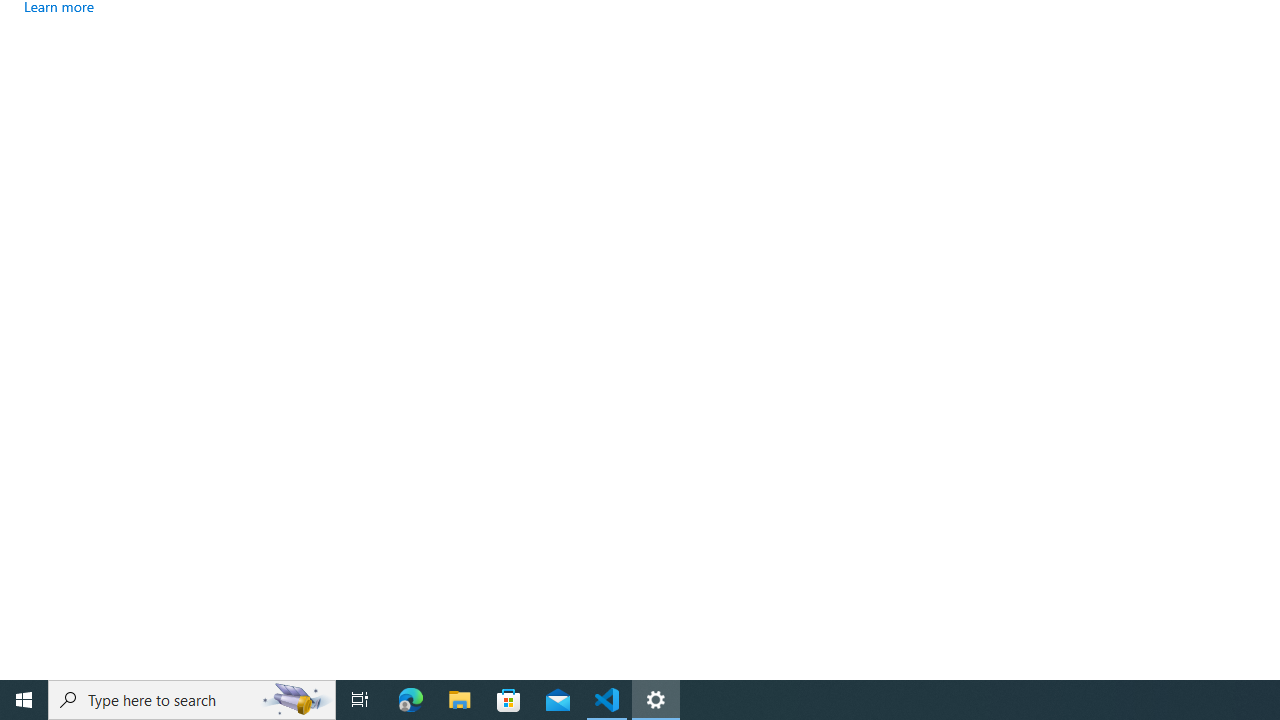 The height and width of the screenshot is (720, 1280). What do you see at coordinates (294, 698) in the screenshot?
I see `'Search highlights icon opens search home window'` at bounding box center [294, 698].